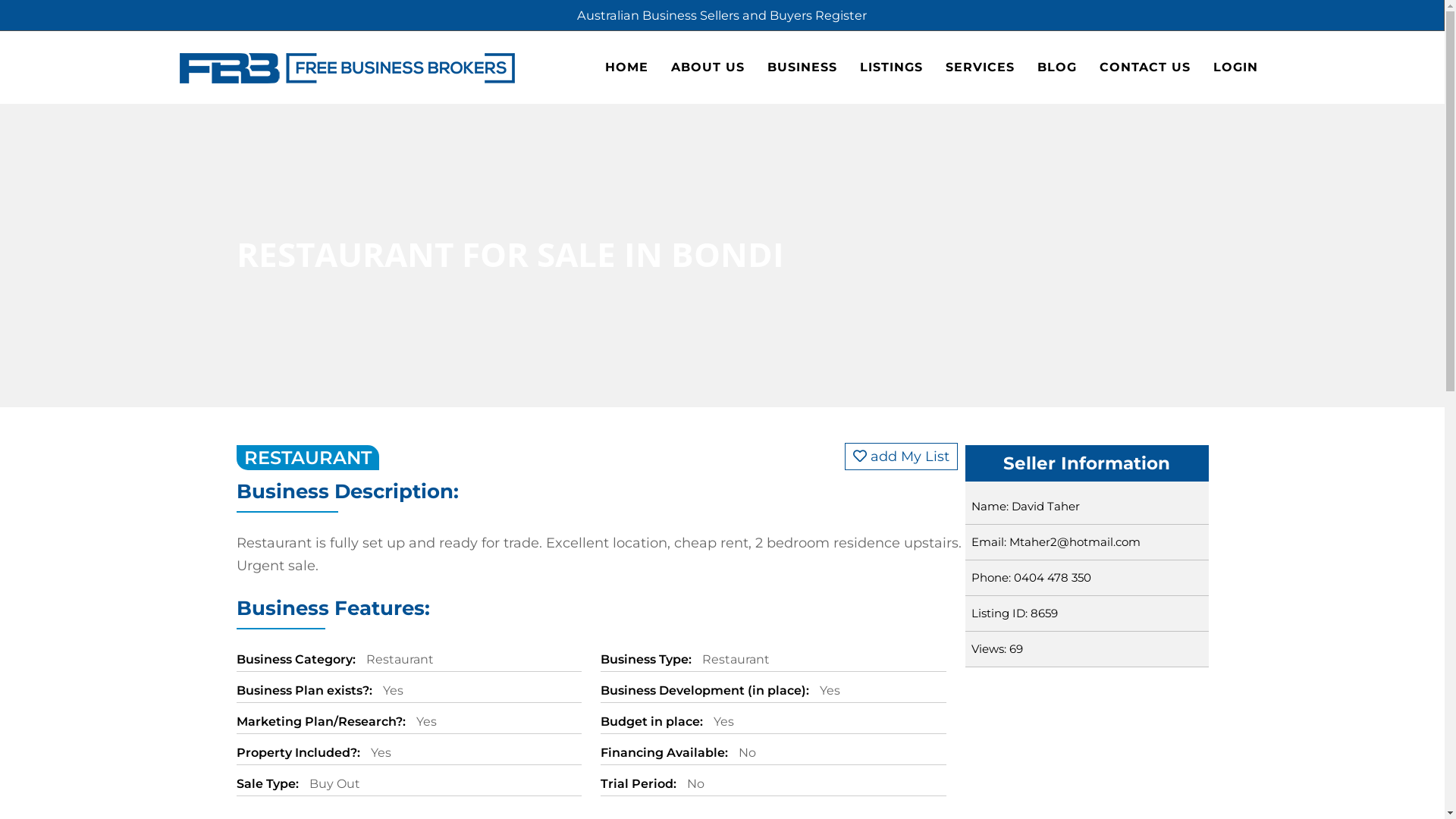 This screenshot has width=1456, height=819. Describe the element at coordinates (901, 455) in the screenshot. I see `'add My List'` at that location.